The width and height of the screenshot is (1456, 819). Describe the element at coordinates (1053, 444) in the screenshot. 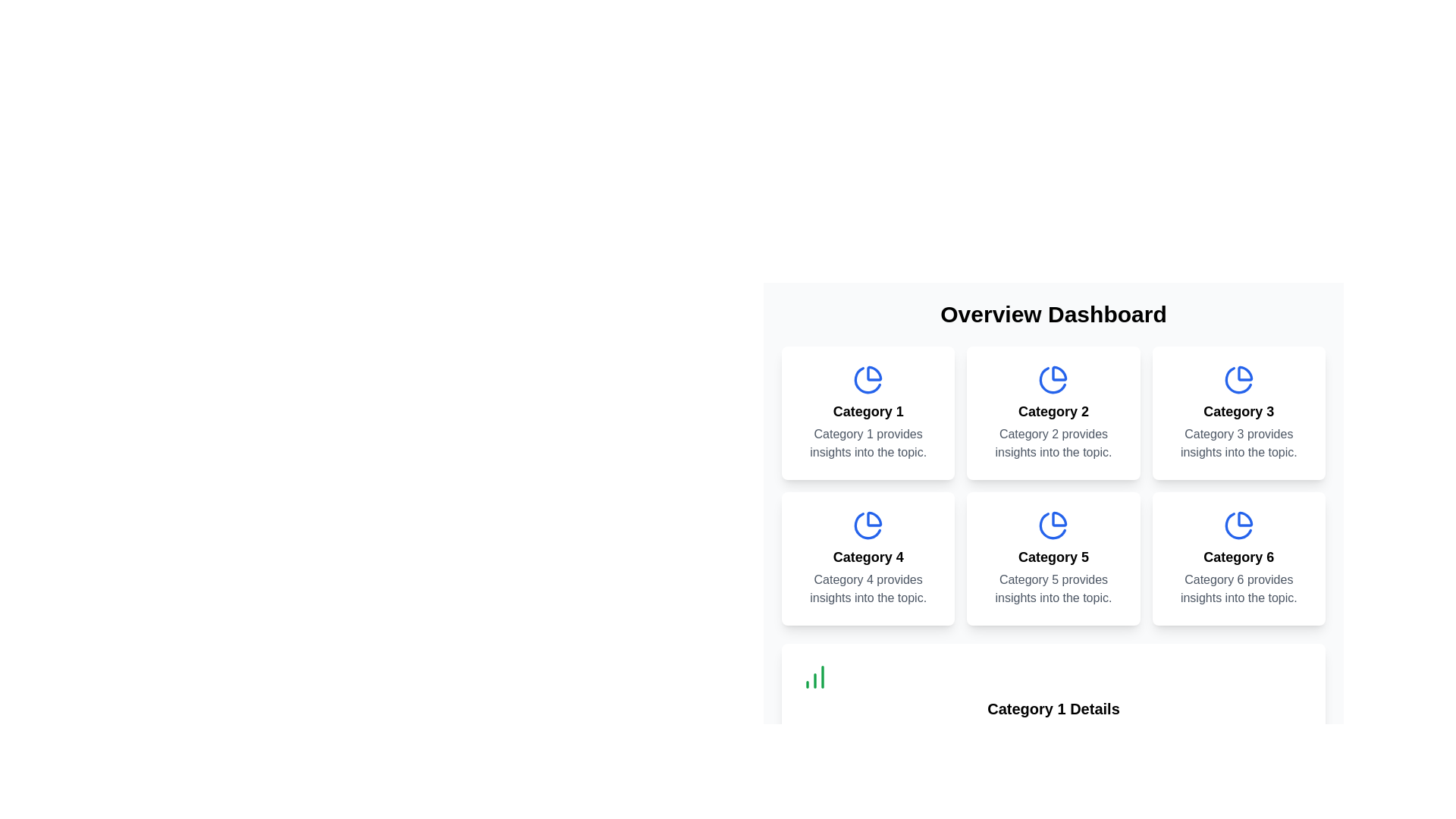

I see `text block that is styled in gray and located below the heading 'Category 2', which reads 'Category 2 provides insights into the topic.'` at that location.